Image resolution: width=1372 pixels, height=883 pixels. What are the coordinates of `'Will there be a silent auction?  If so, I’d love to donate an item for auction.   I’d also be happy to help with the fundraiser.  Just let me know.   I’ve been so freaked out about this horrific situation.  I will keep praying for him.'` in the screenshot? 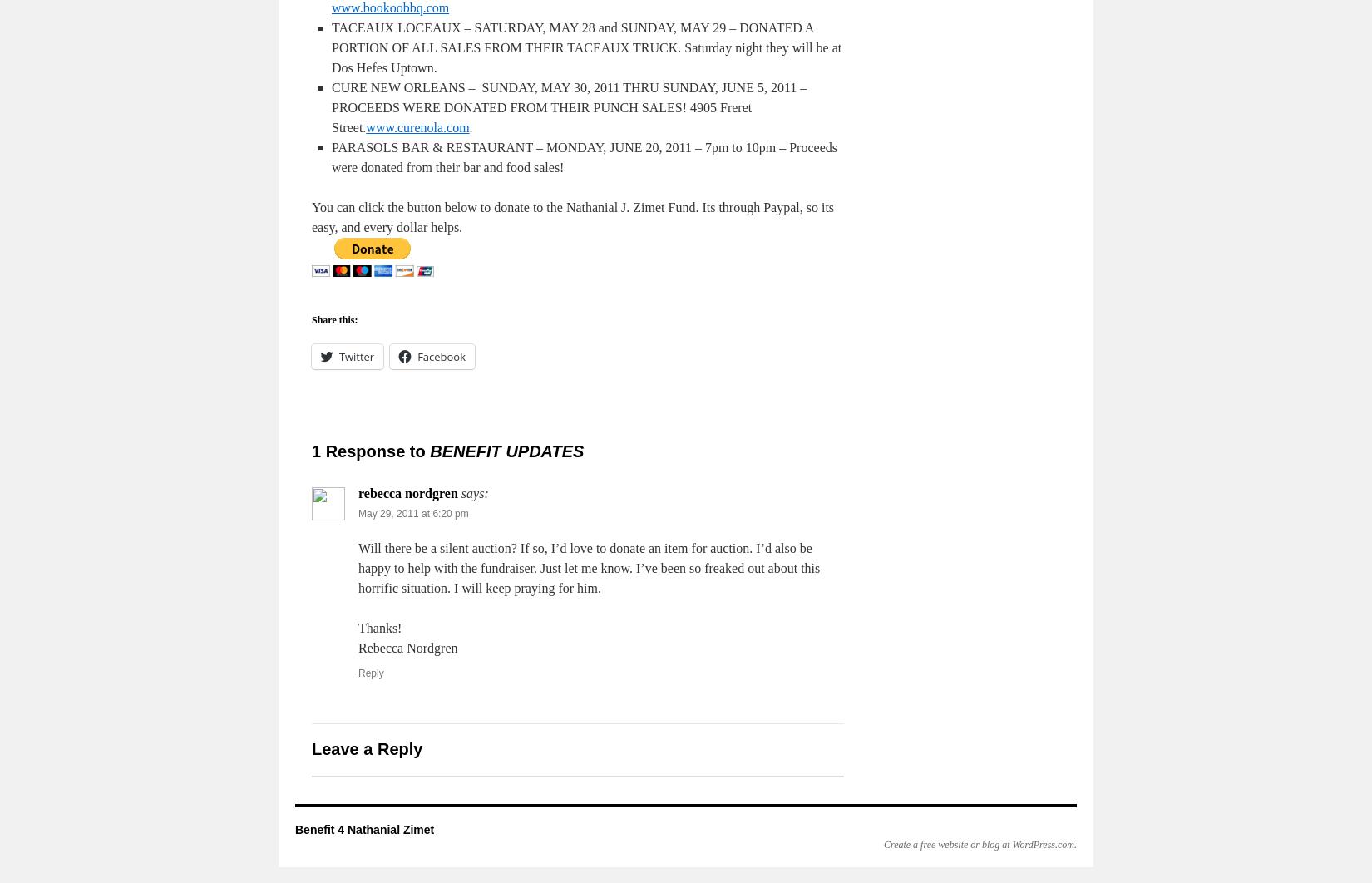 It's located at (588, 568).